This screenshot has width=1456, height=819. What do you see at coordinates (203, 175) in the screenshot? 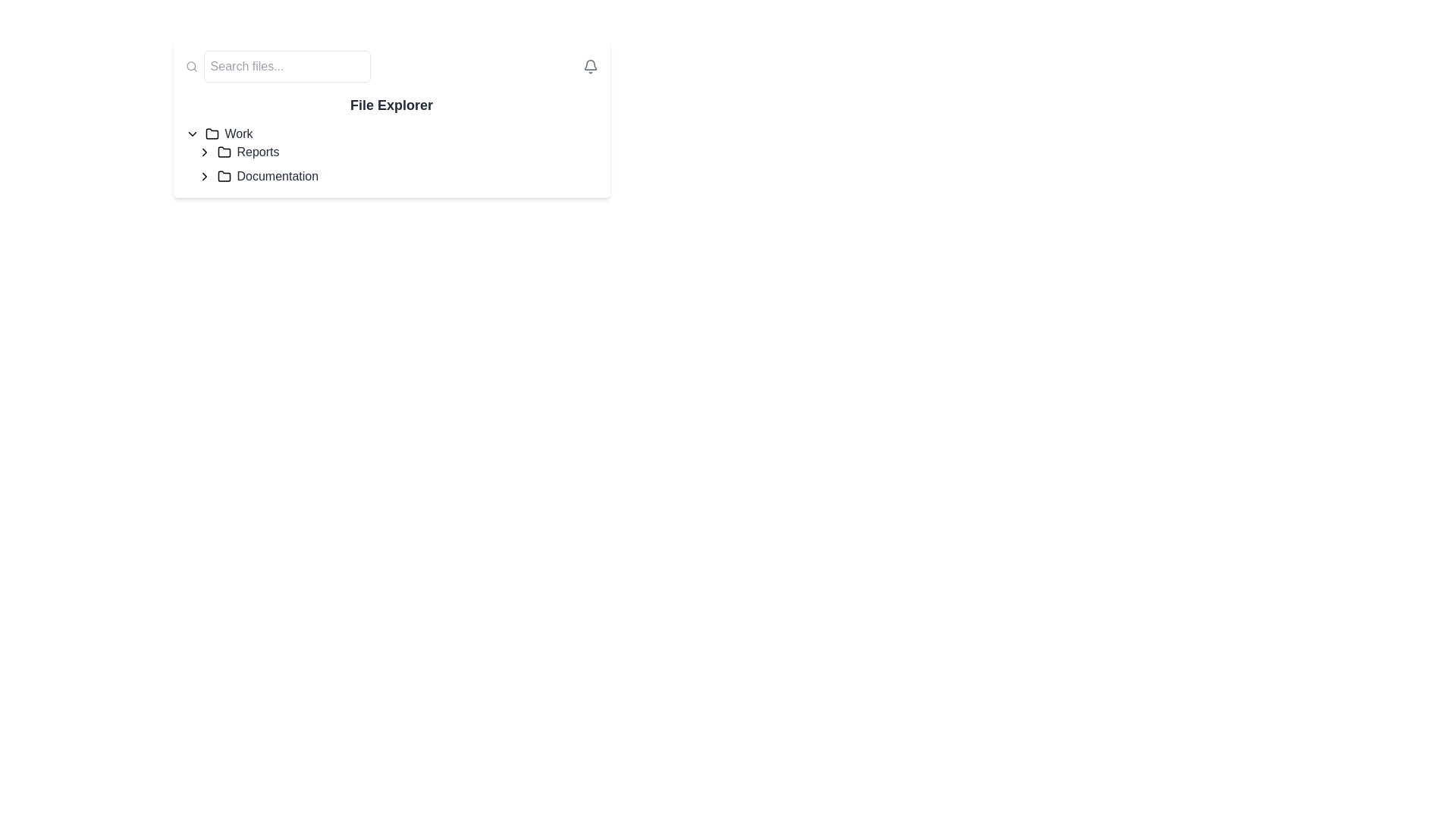
I see `the chevron icon used for expanding or collapsing the 'Reports' folder in the file explorer as part of keyboard navigation` at bounding box center [203, 175].